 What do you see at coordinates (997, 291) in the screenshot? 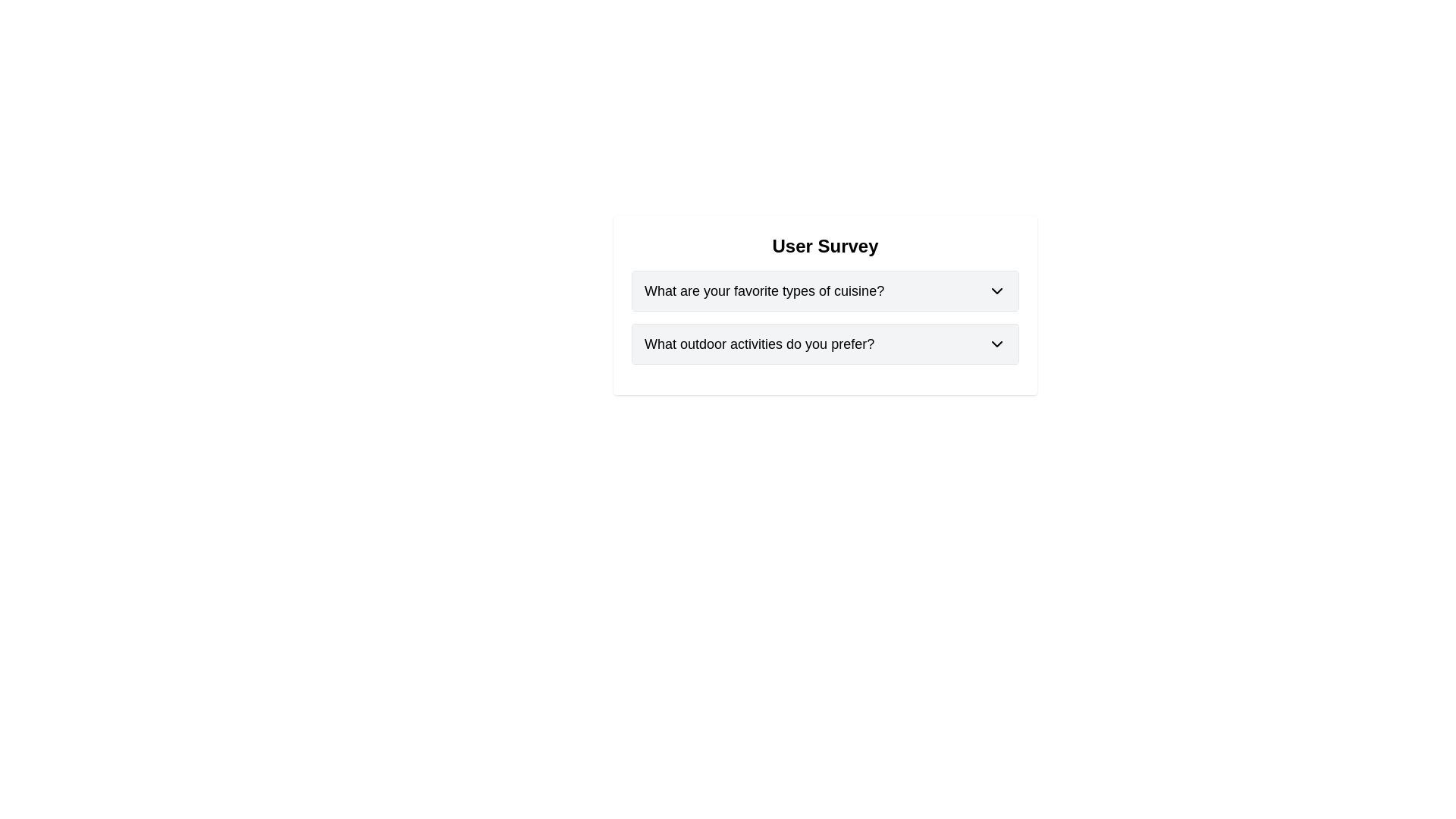
I see `the chevron icon indicating a dropdown menu, located to the right of the text 'What are your favorite types of cuisine?'` at bounding box center [997, 291].